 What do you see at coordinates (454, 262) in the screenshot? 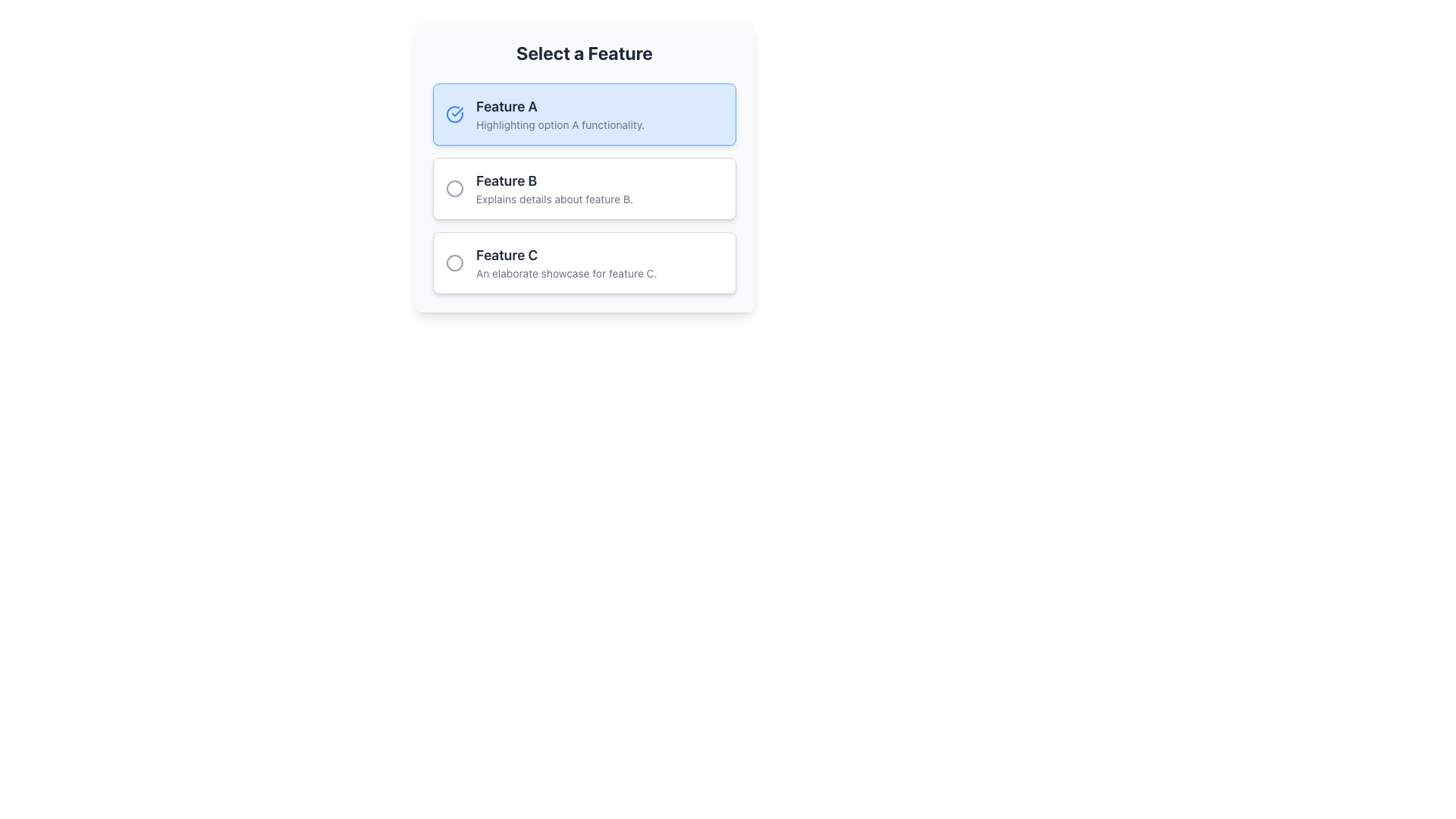
I see `the circular marker adjacent to the text labeled 'Feature C'` at bounding box center [454, 262].